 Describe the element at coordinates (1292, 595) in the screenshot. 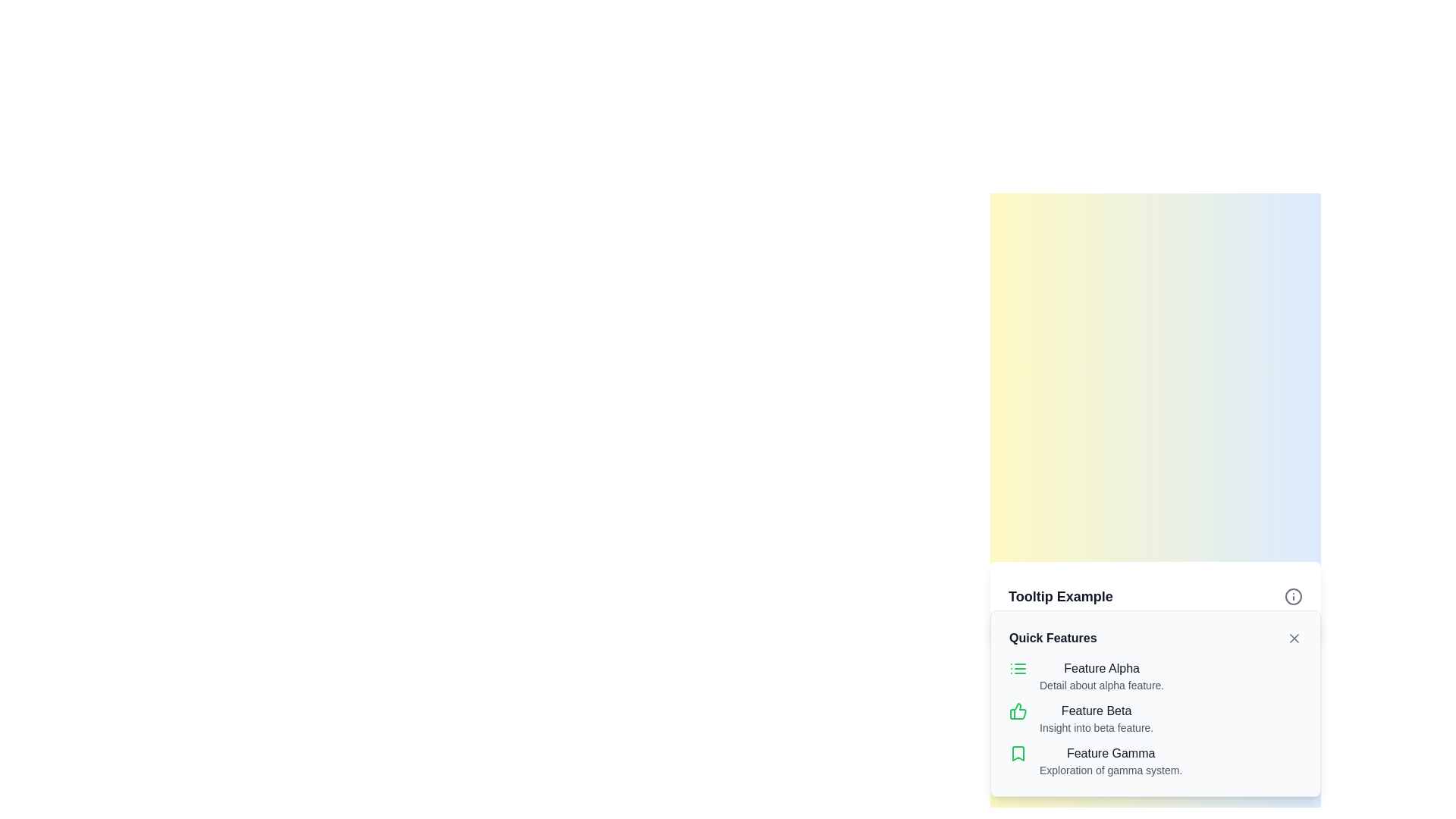

I see `the circular shape icon located in the top-right corner of the card titled 'Tooltip Example'` at that location.